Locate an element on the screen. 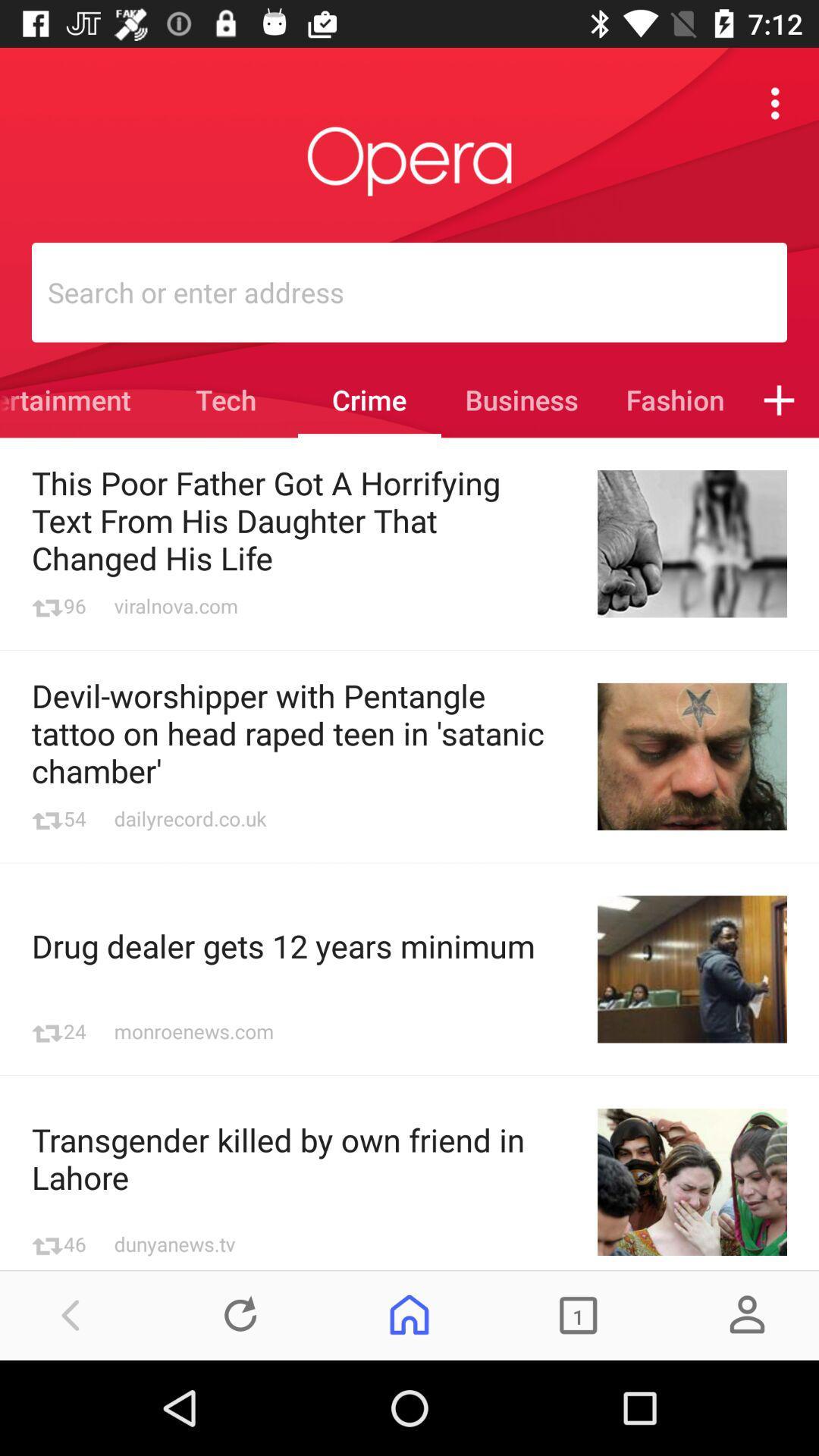 The image size is (819, 1456). the avatar icon is located at coordinates (746, 1314).